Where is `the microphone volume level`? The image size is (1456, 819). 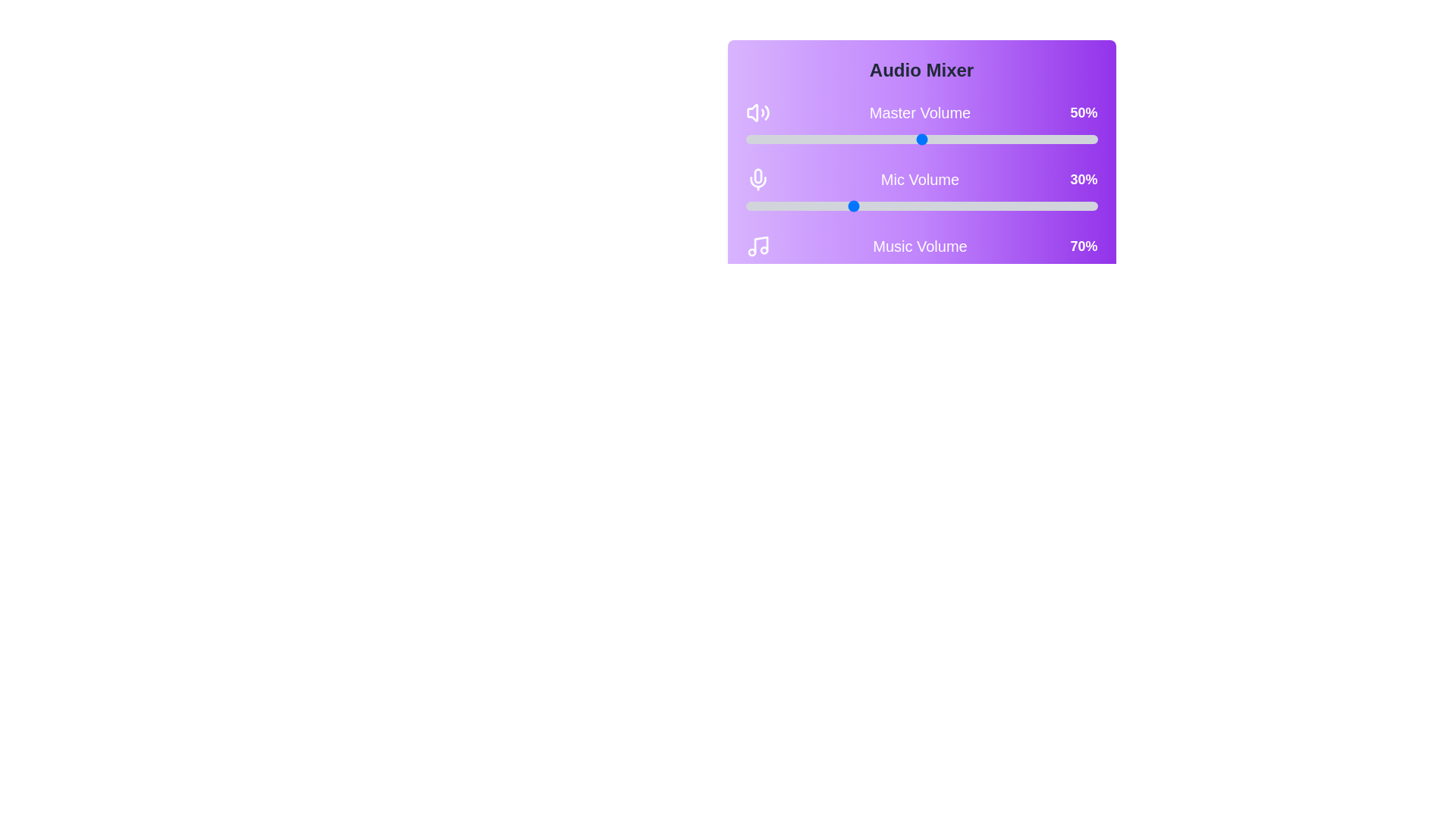 the microphone volume level is located at coordinates (780, 206).